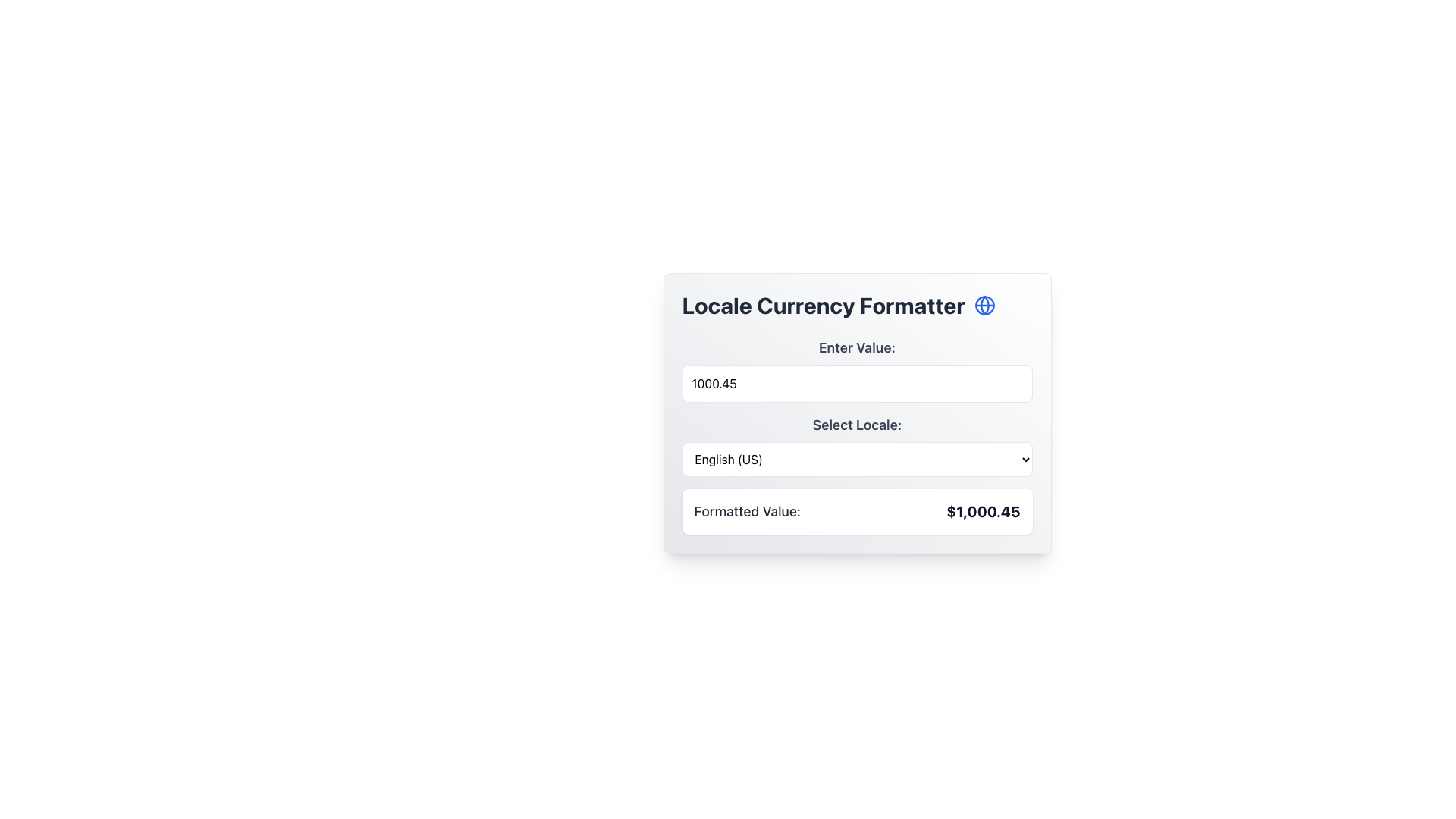 This screenshot has height=819, width=1456. I want to click on the globe icon with a circular outline that is located next to the title 'Locale Currency Formatter', so click(984, 305).